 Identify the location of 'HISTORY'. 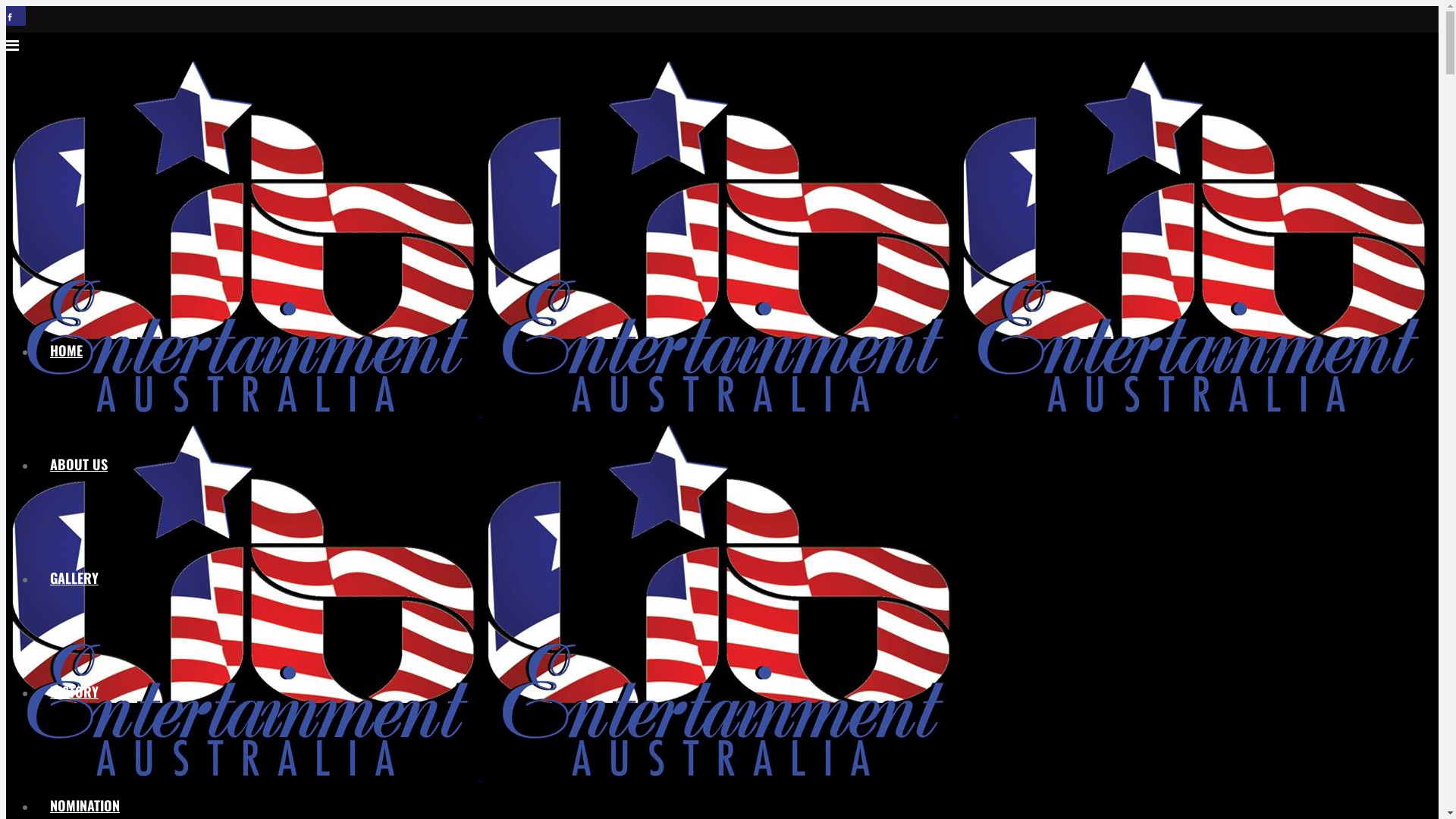
(73, 691).